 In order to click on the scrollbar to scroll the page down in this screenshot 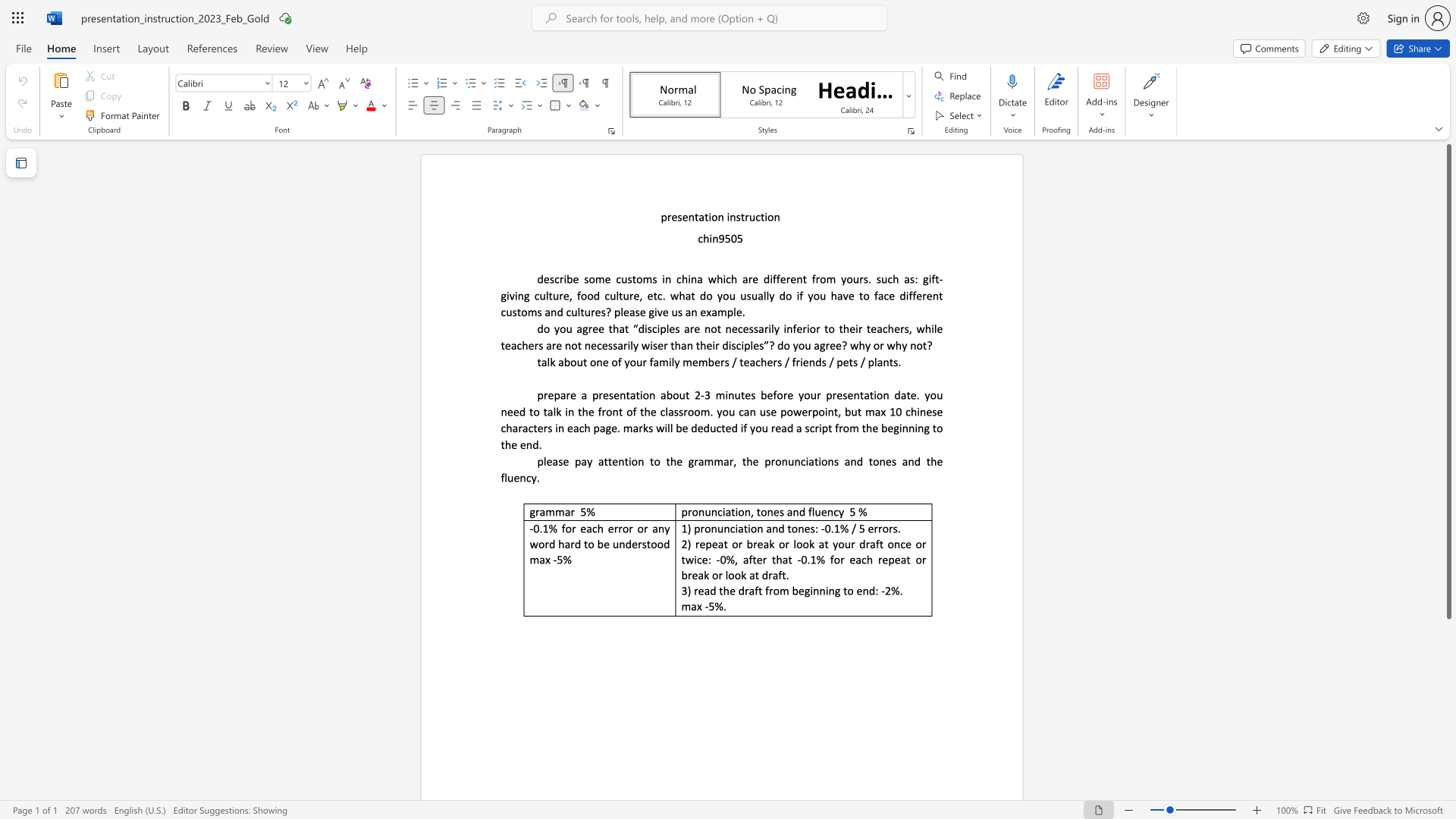, I will do `click(1448, 690)`.